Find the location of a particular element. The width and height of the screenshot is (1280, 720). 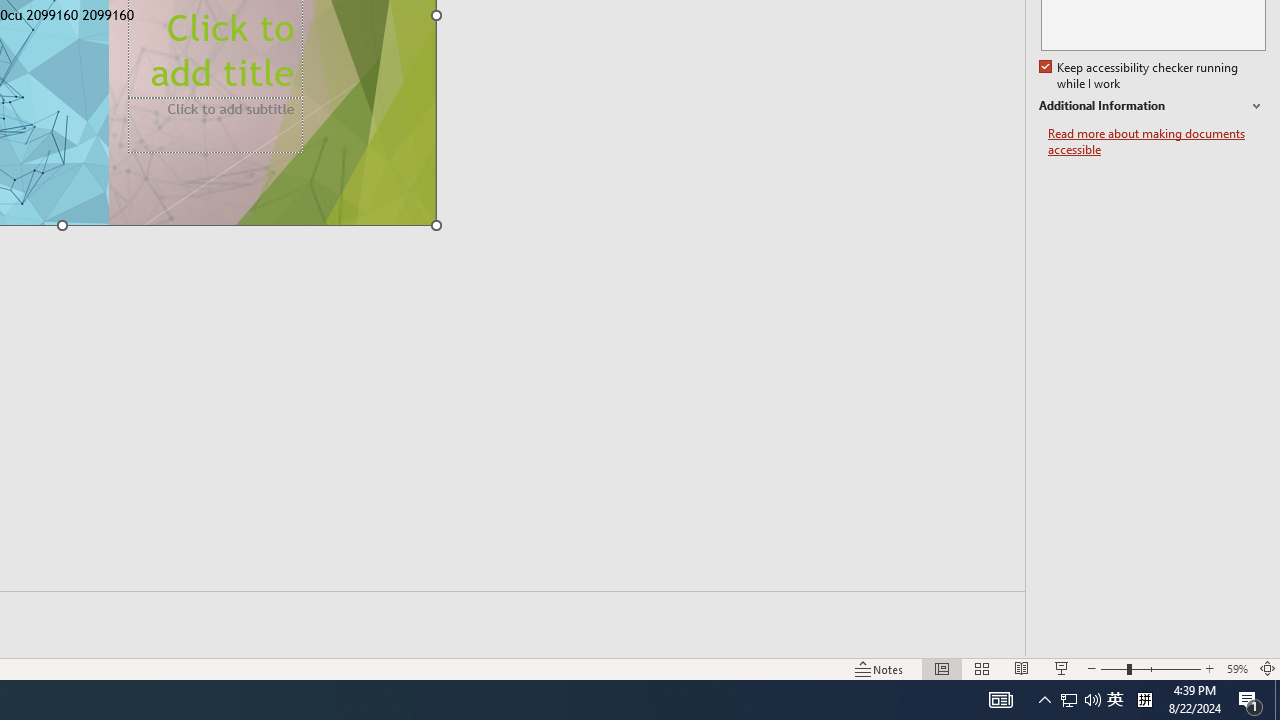

'Zoom 59%' is located at coordinates (1236, 669).